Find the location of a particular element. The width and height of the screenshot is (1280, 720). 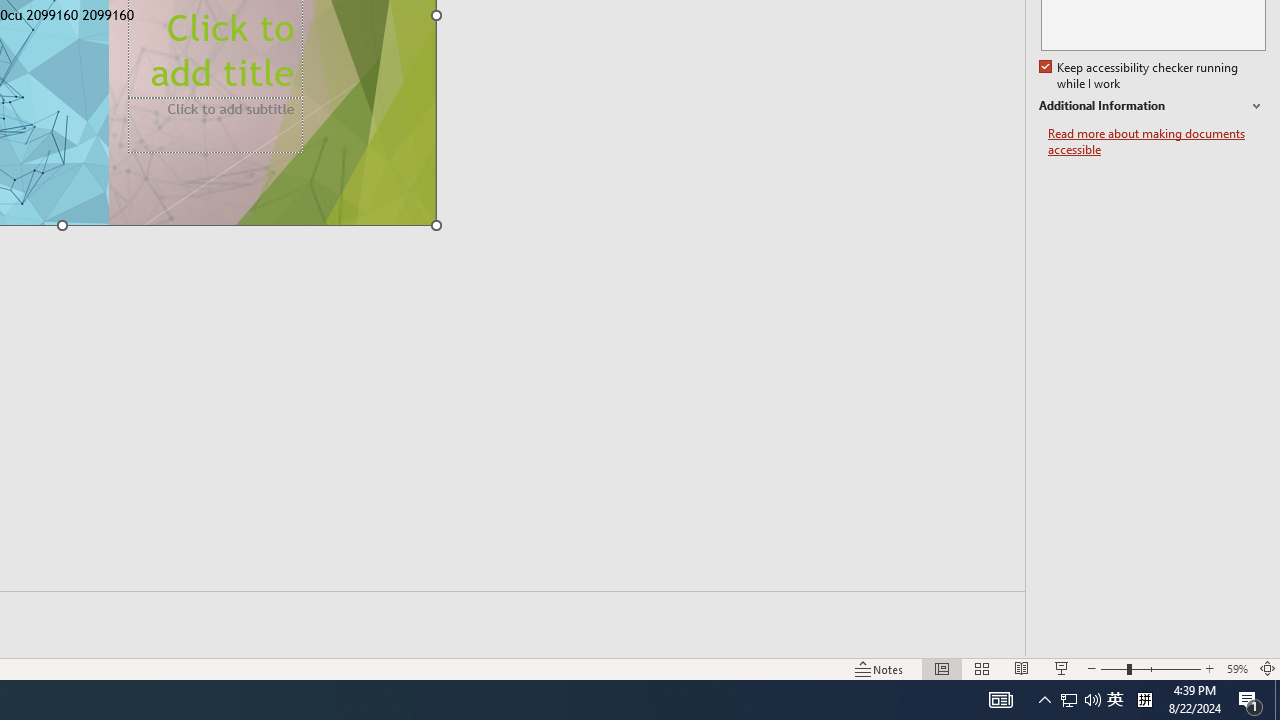

'Zoom 59%' is located at coordinates (1236, 669).